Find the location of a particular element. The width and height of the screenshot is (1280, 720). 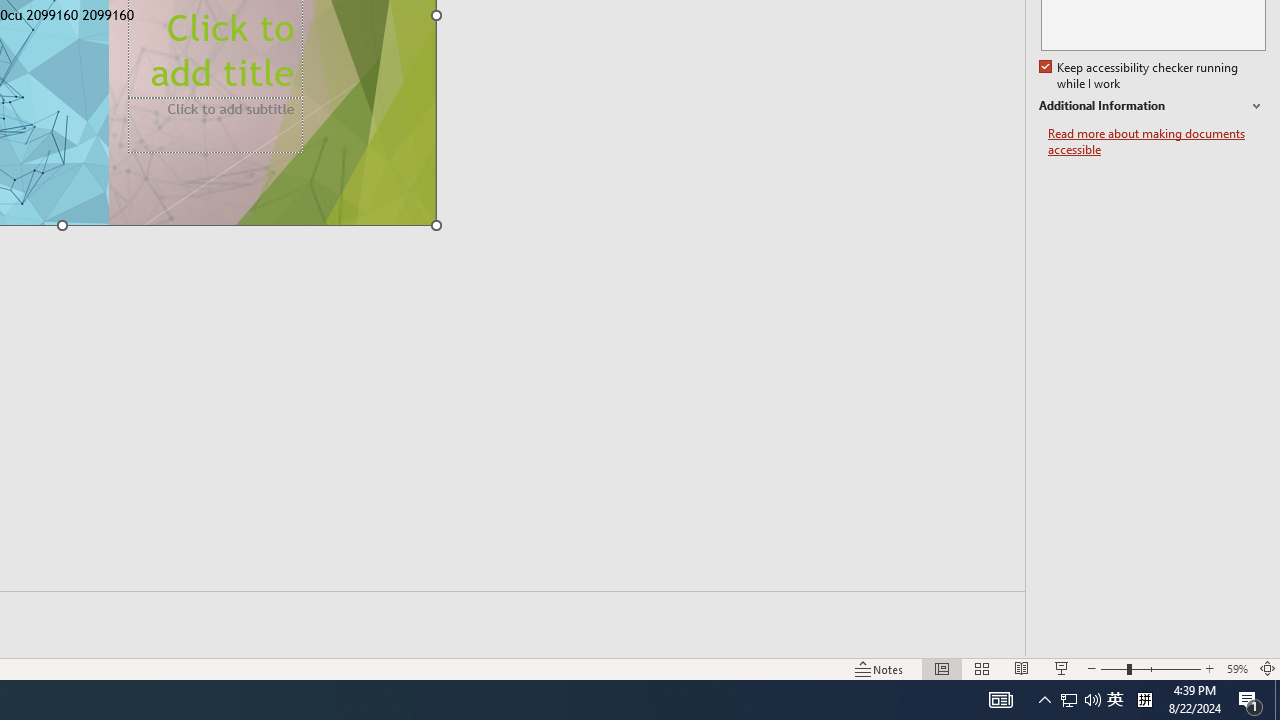

'Zoom 59%' is located at coordinates (1236, 669).